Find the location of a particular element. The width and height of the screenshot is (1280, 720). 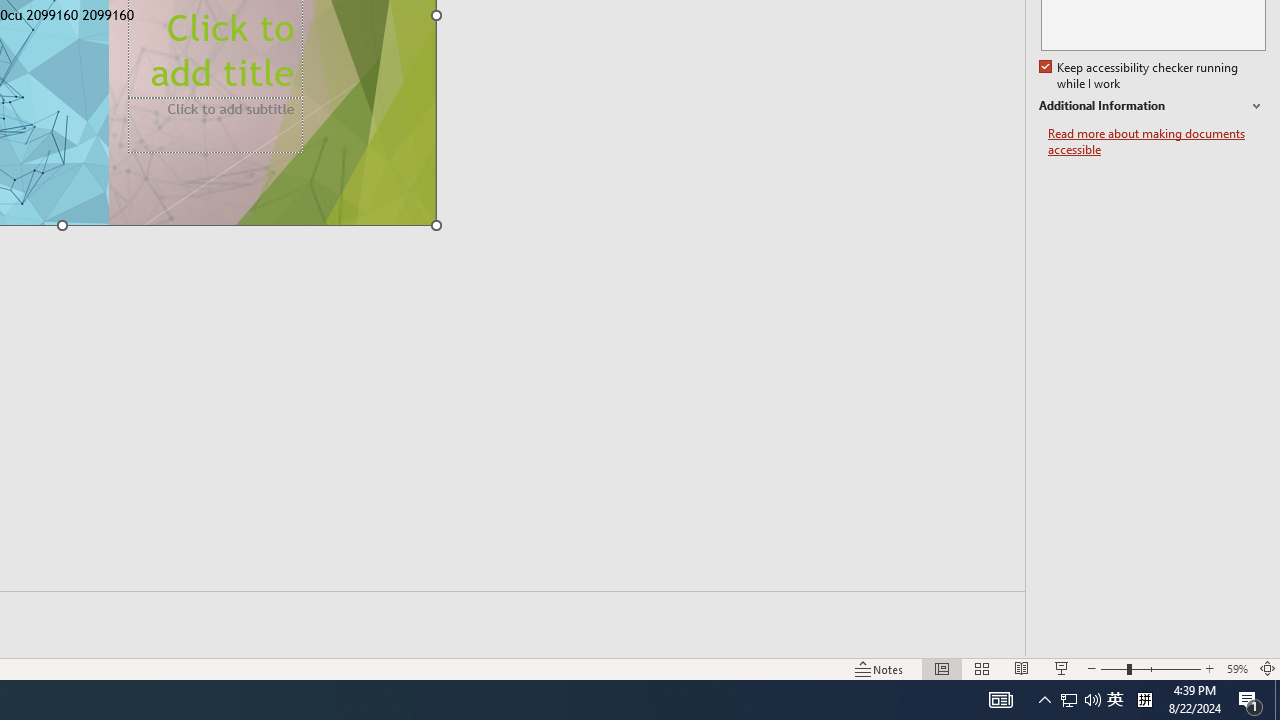

'Zoom 59%' is located at coordinates (1236, 669).